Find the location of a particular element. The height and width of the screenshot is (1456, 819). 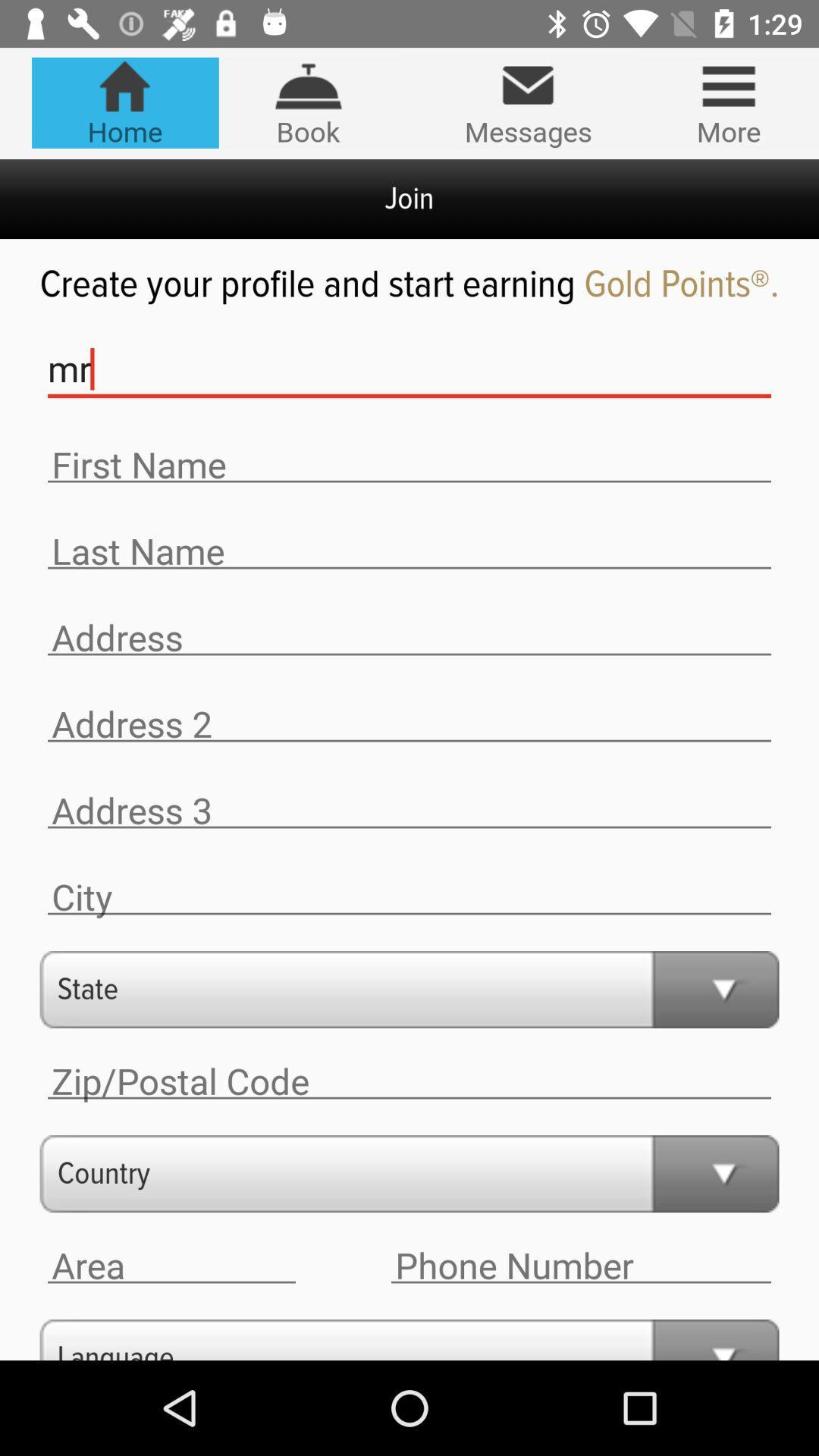

address is located at coordinates (409, 638).